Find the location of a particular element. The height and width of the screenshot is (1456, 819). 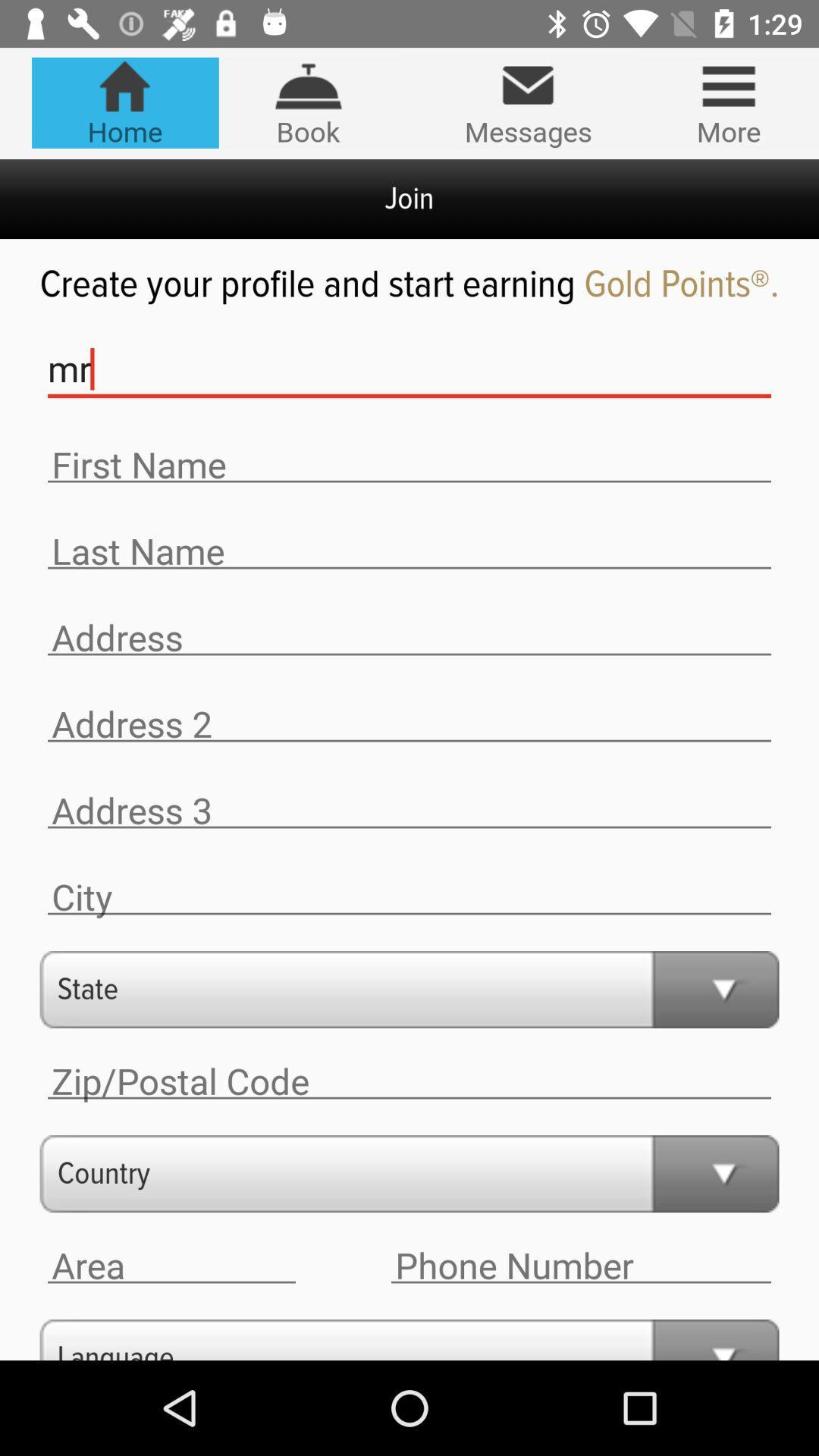

address is located at coordinates (409, 638).